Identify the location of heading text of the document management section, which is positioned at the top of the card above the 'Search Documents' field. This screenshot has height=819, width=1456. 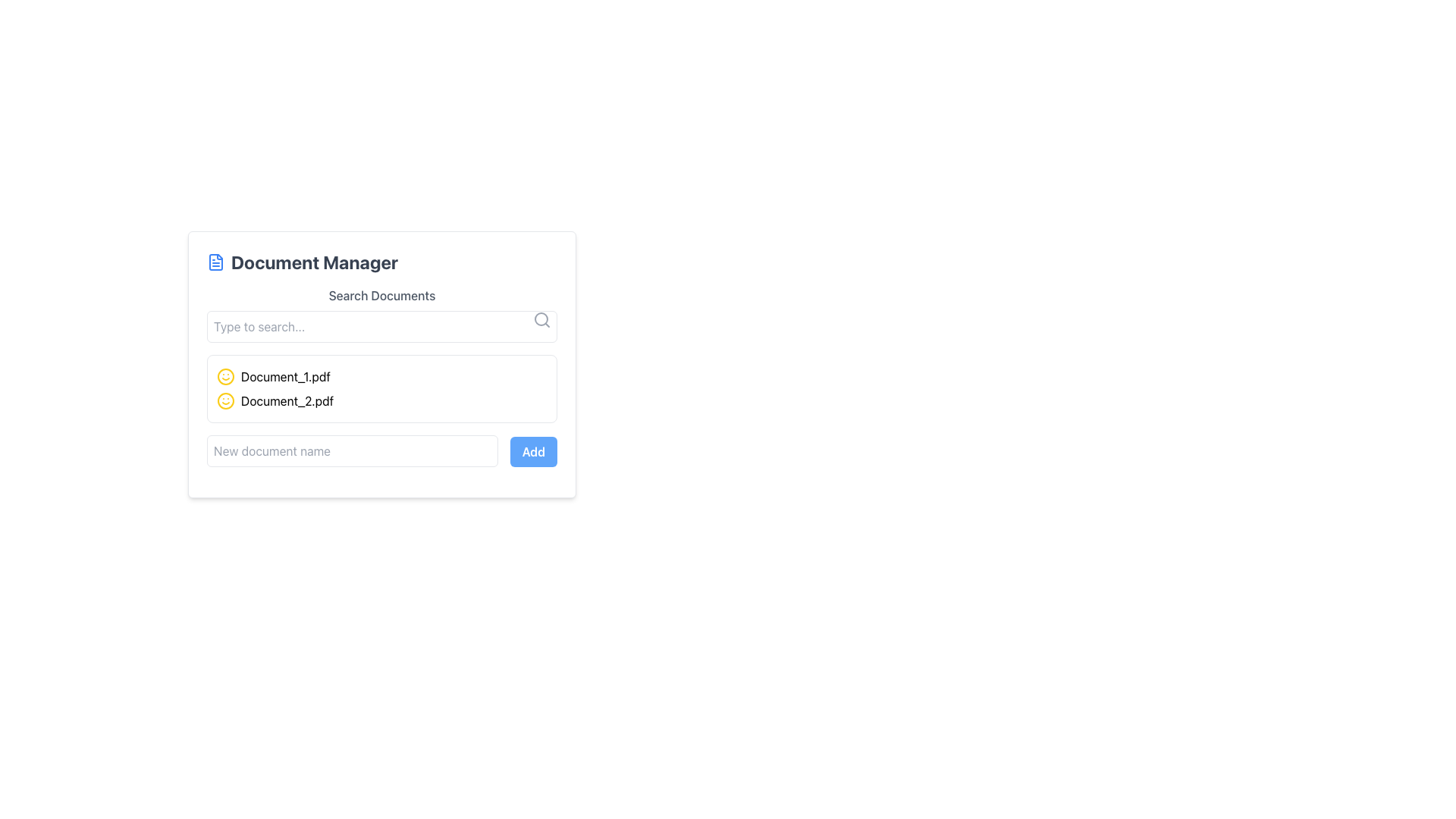
(382, 262).